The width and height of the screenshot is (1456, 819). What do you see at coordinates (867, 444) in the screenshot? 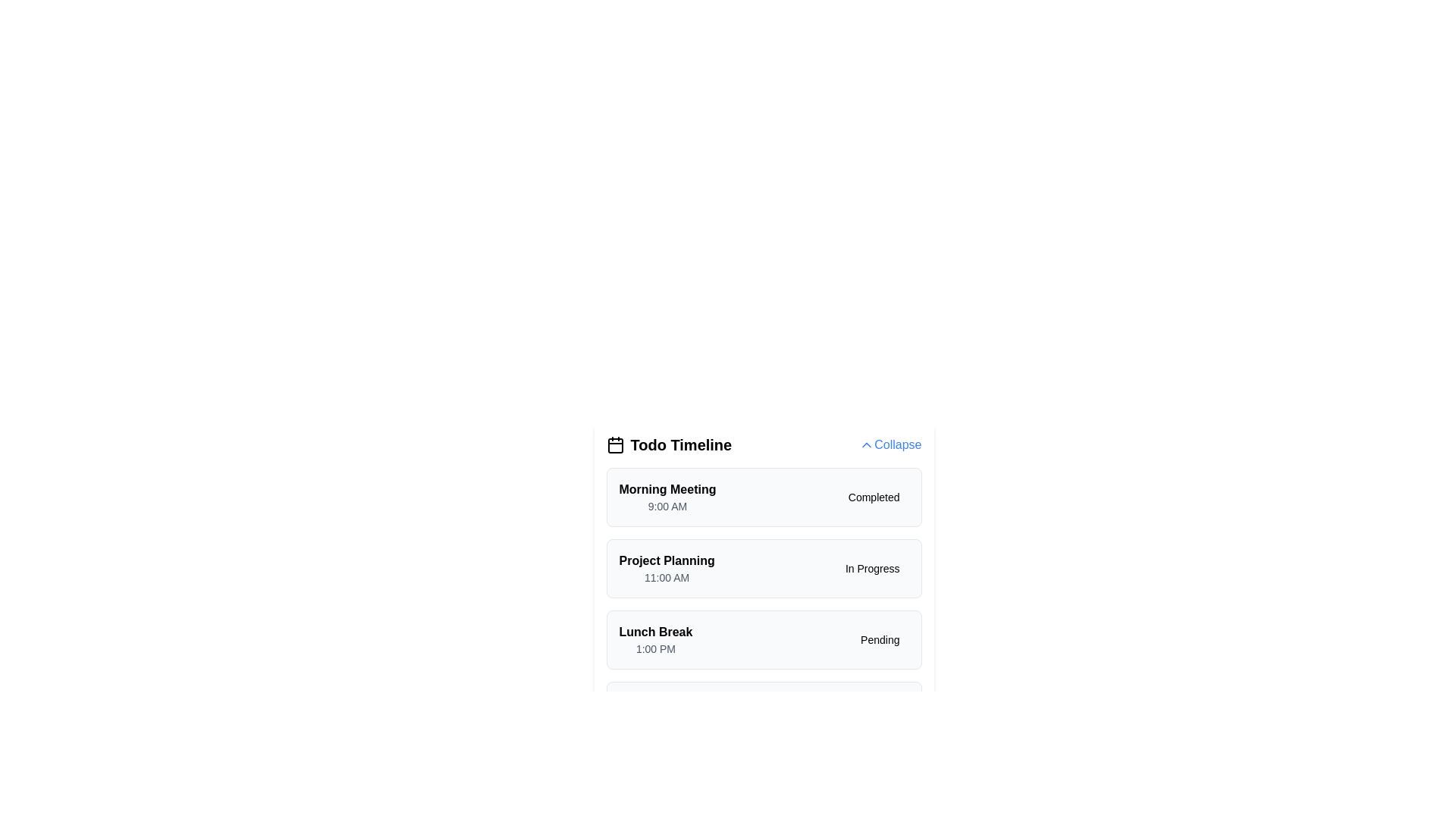
I see `the chevron icon located to the left of the 'Collapse' text in the top-right corner of the 'Todo Timeline' interface` at bounding box center [867, 444].